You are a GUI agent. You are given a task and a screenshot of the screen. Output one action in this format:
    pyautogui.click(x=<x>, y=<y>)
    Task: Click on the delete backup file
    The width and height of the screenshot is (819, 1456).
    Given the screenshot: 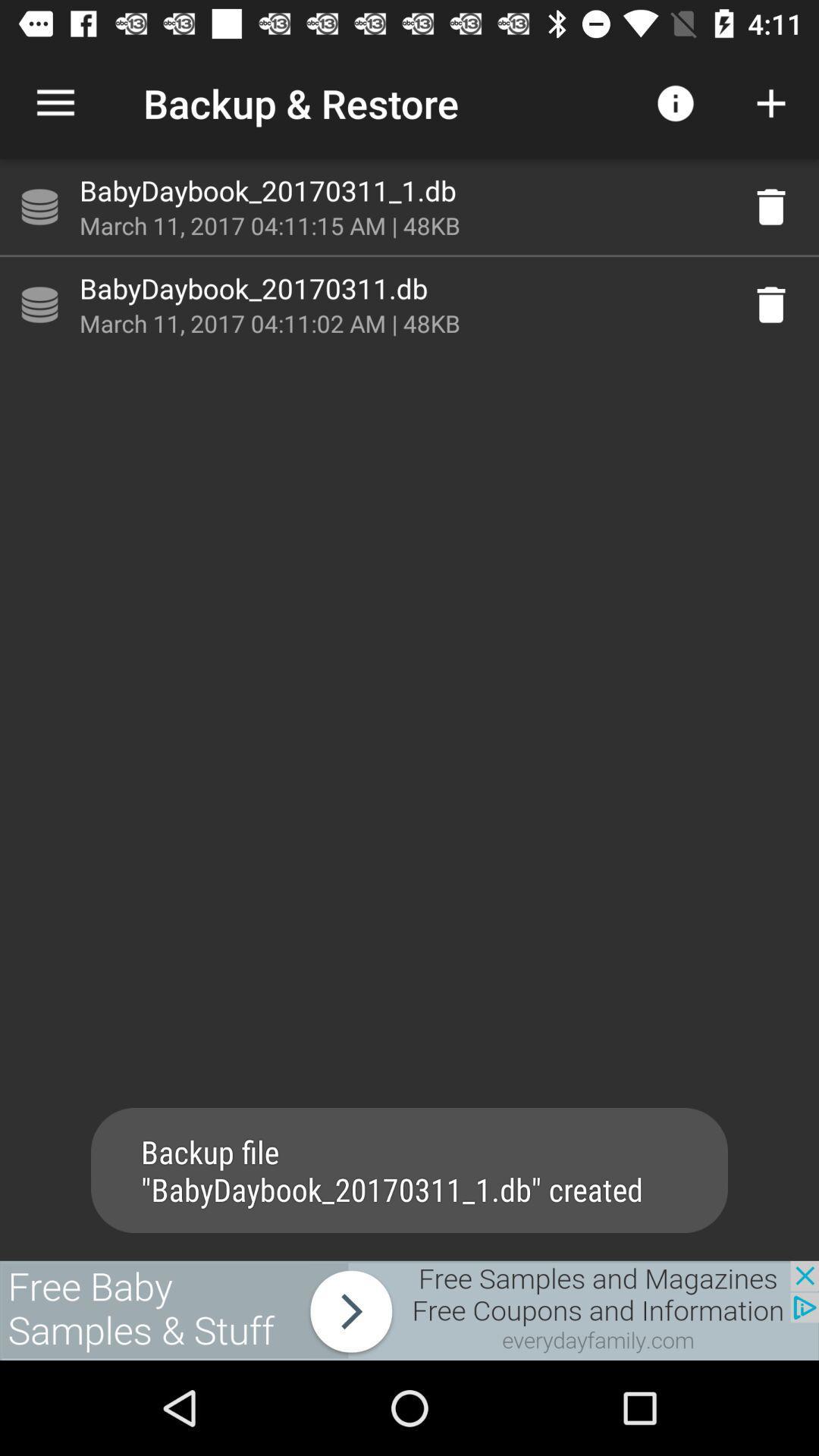 What is the action you would take?
    pyautogui.click(x=771, y=206)
    